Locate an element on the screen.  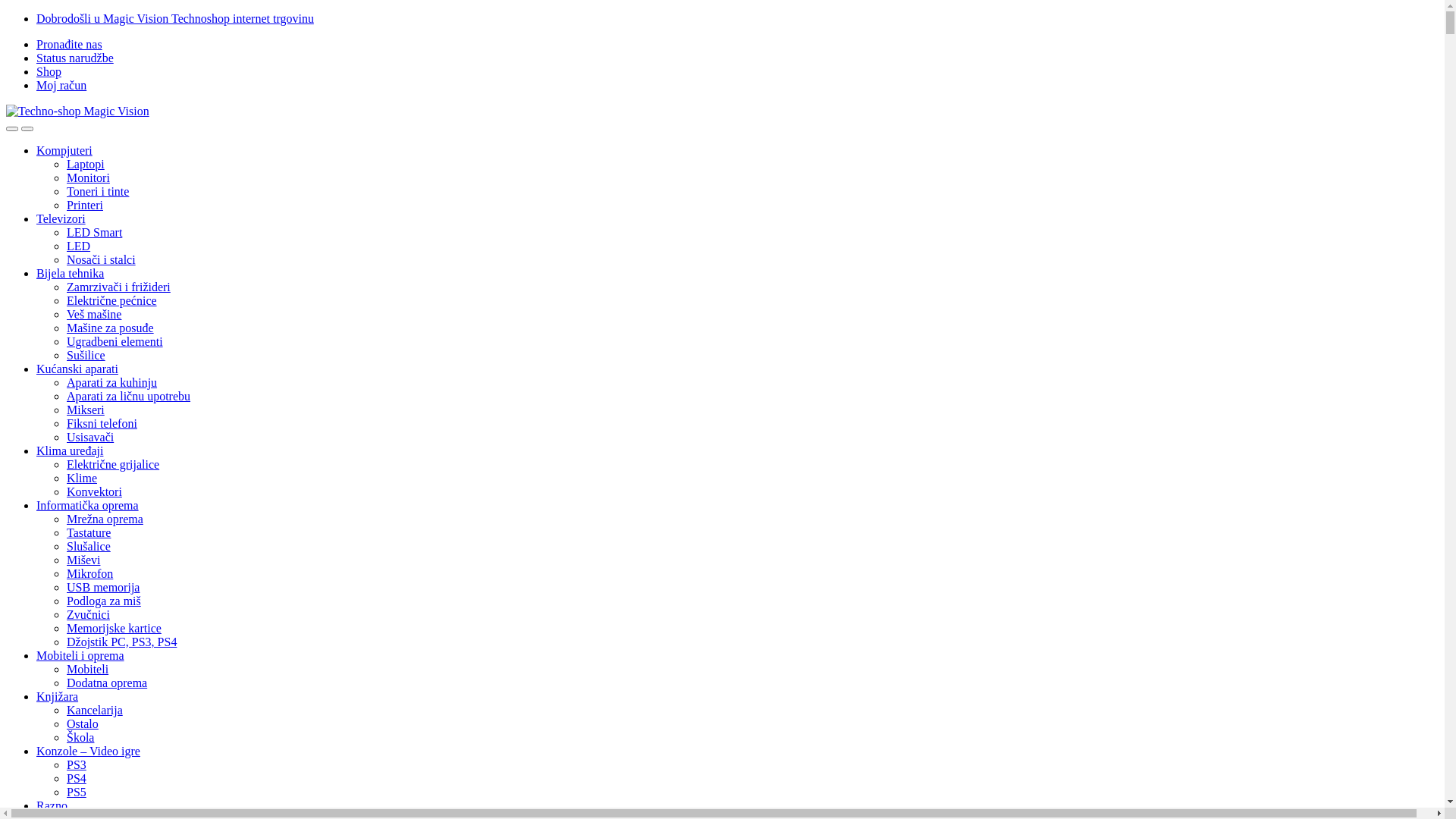
'Toneri i tinte' is located at coordinates (97, 190).